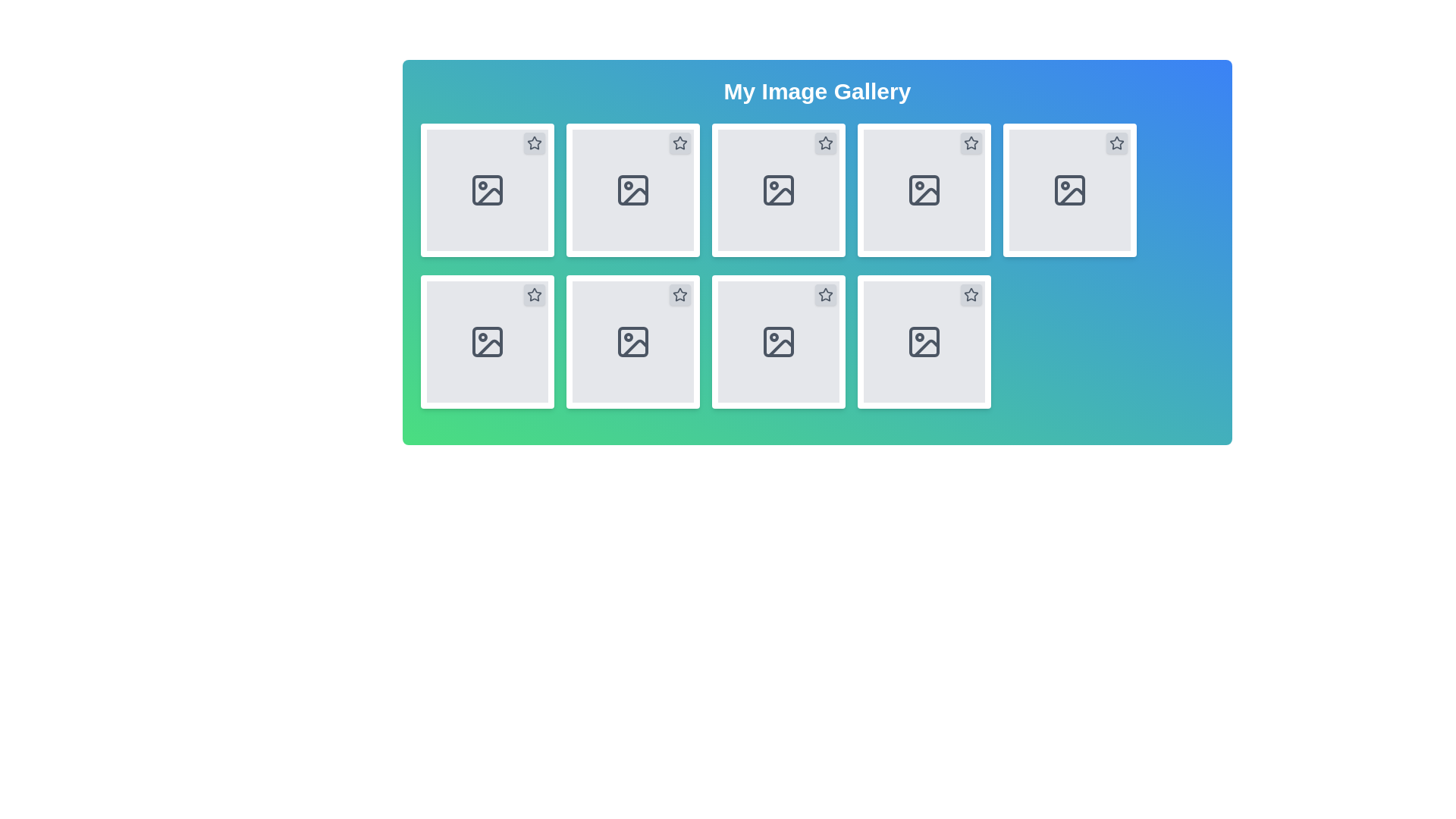  I want to click on the star-shaped icon with a gray outline and filled background located in the top-right corner of the last image tile in the image gallery, so click(1117, 143).